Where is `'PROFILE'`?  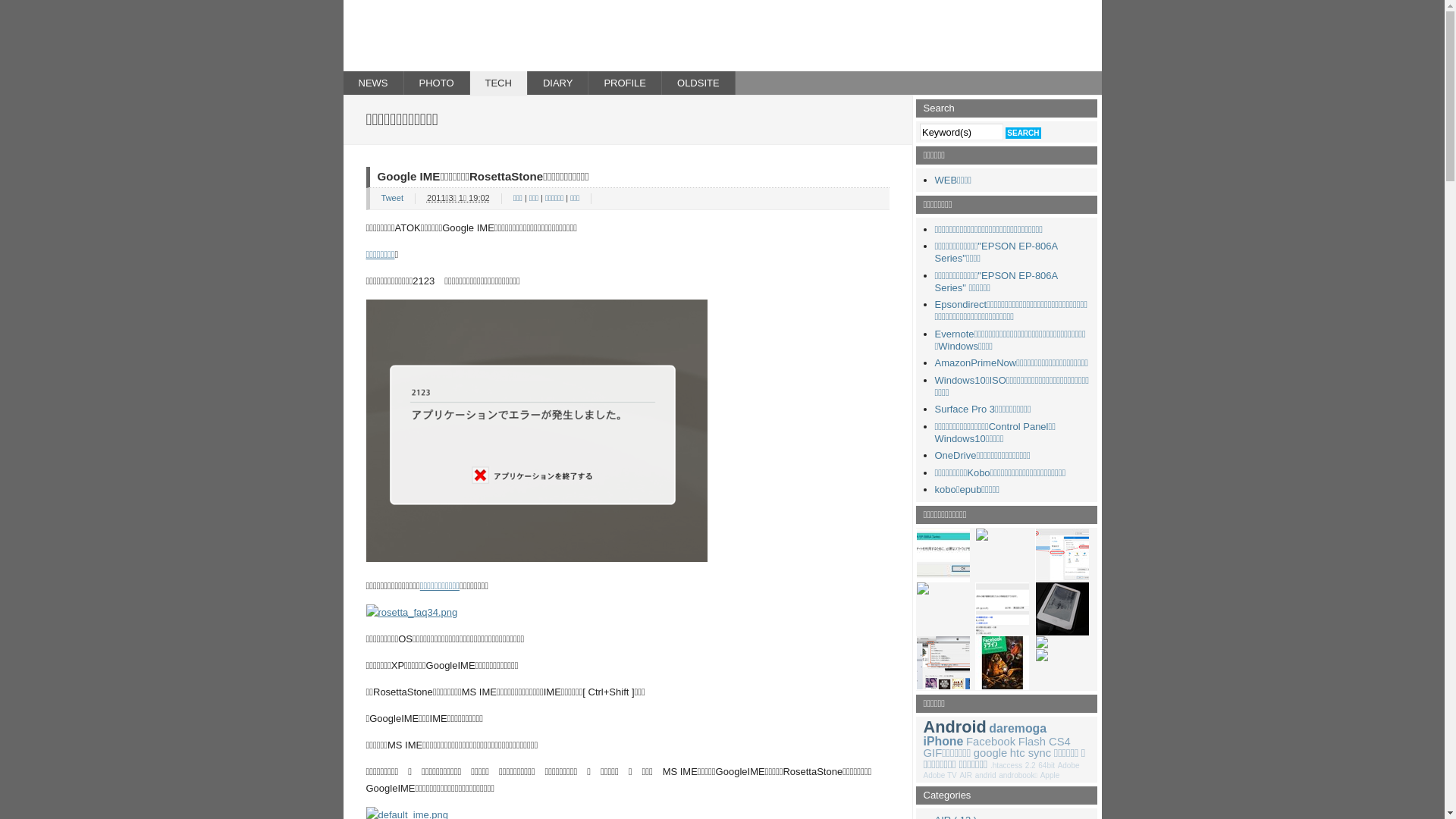
'PROFILE' is located at coordinates (588, 83).